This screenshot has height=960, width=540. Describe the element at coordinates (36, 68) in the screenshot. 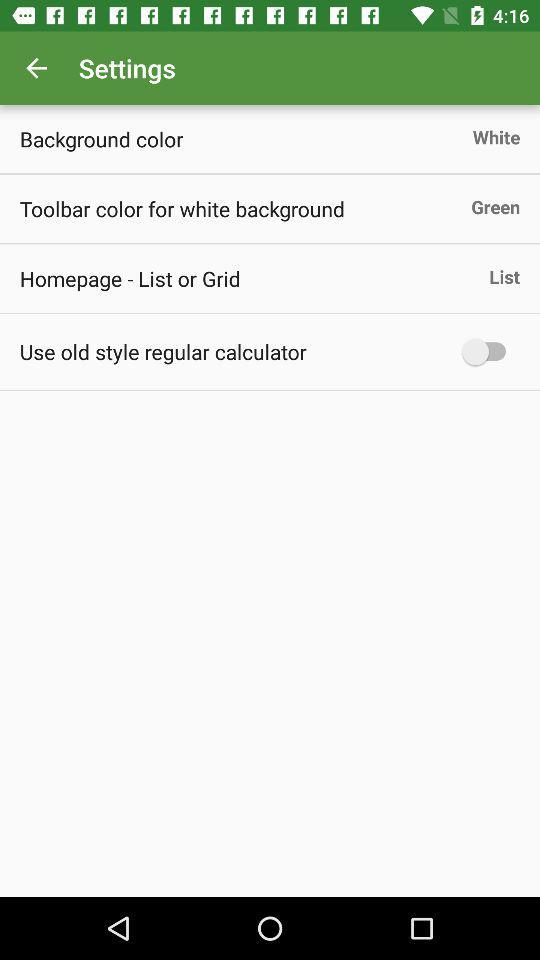

I see `icon above background color icon` at that location.